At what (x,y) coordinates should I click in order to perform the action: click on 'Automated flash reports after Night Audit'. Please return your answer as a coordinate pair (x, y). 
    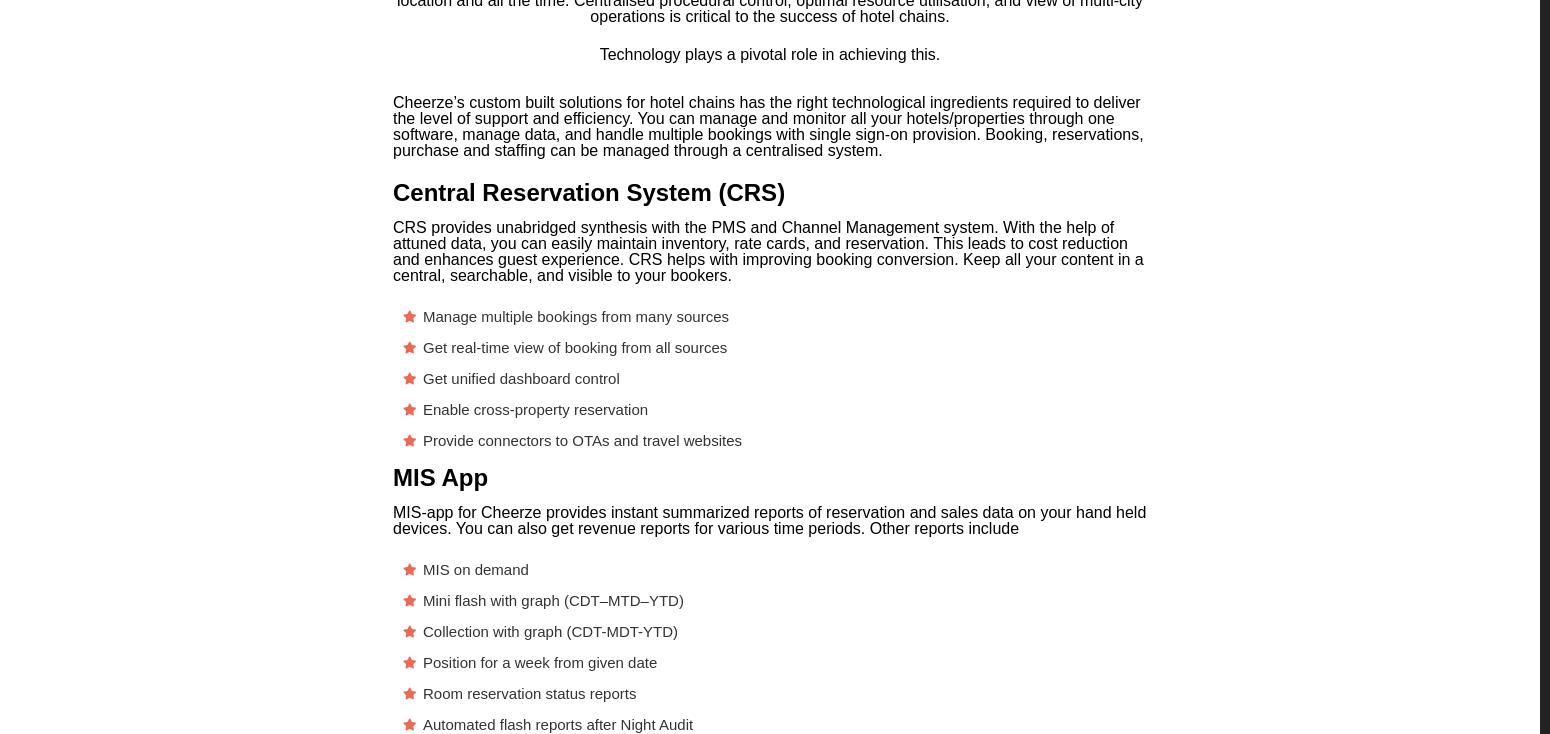
    Looking at the image, I should click on (422, 724).